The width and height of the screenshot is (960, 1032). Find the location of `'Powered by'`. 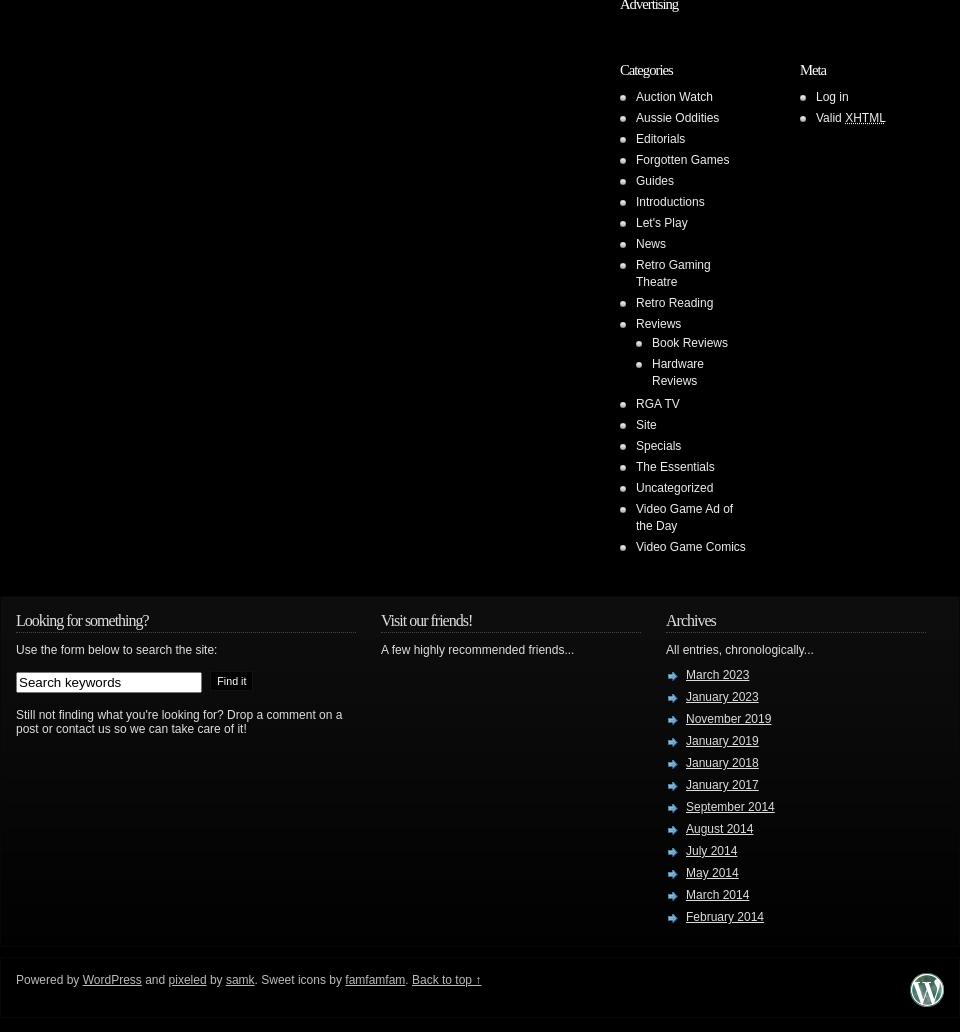

'Powered by' is located at coordinates (47, 978).